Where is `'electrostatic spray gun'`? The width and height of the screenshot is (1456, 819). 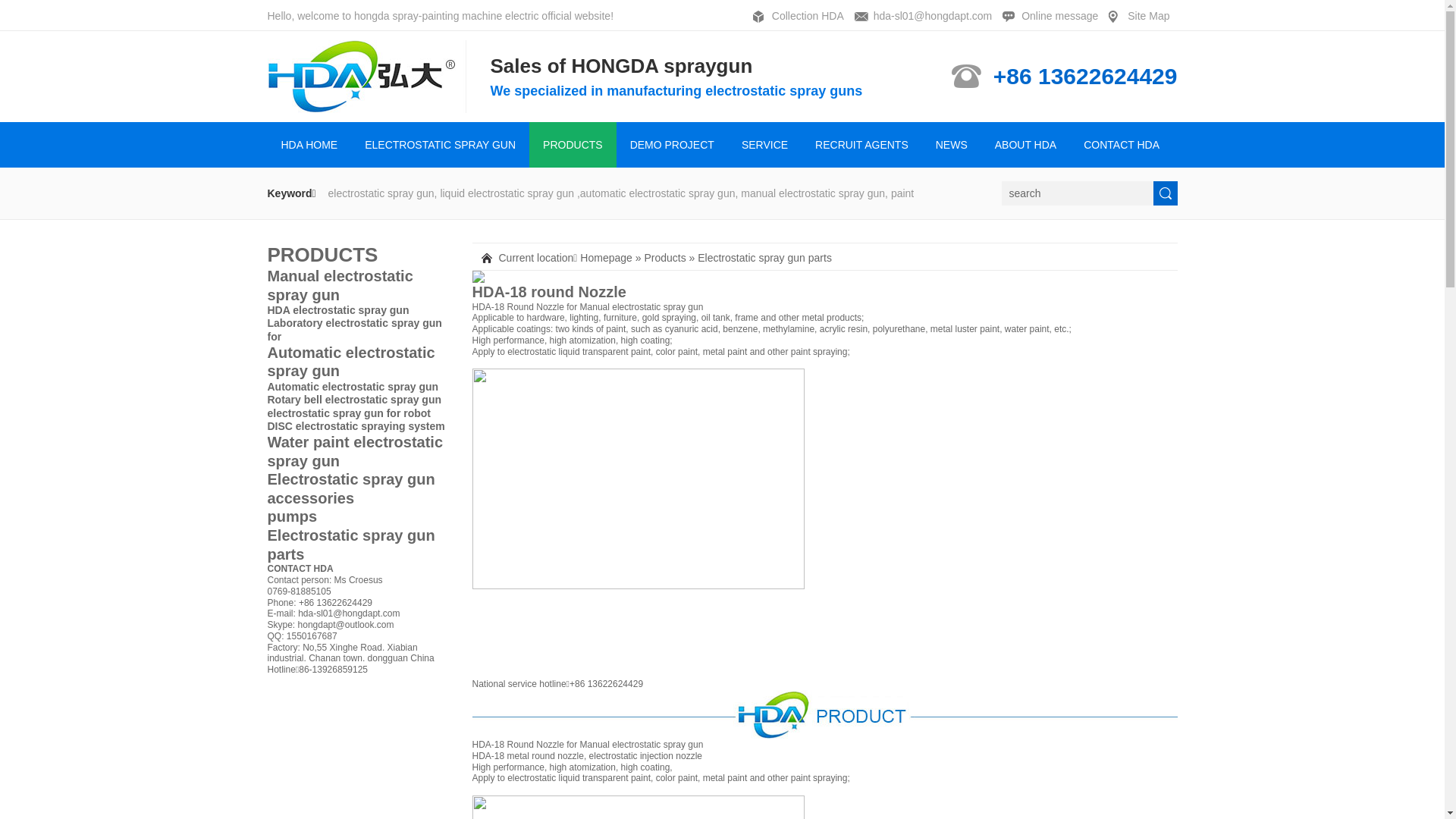 'electrostatic spray gun' is located at coordinates (657, 307).